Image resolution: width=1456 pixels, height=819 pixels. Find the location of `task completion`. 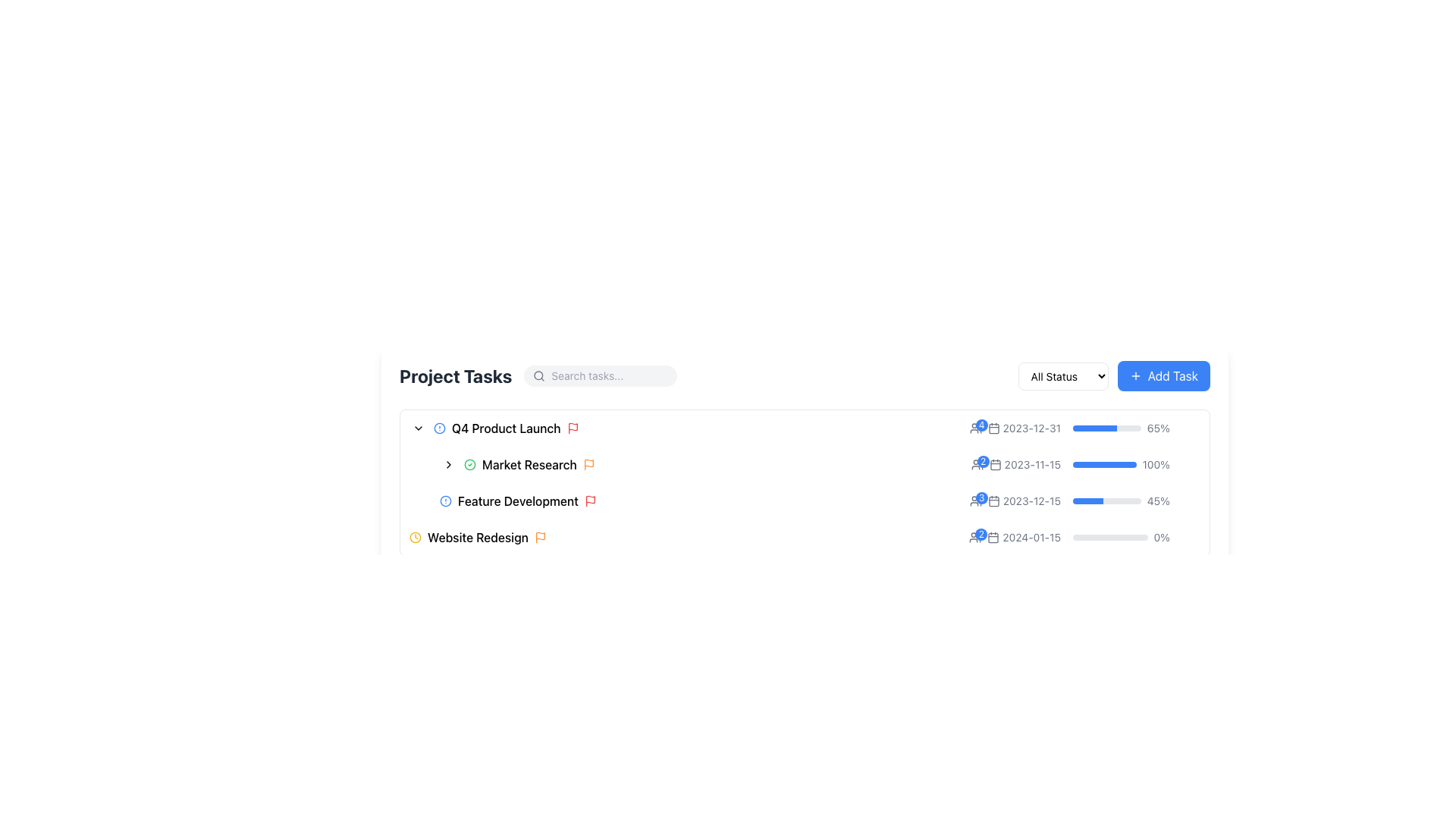

task completion is located at coordinates (1103, 428).